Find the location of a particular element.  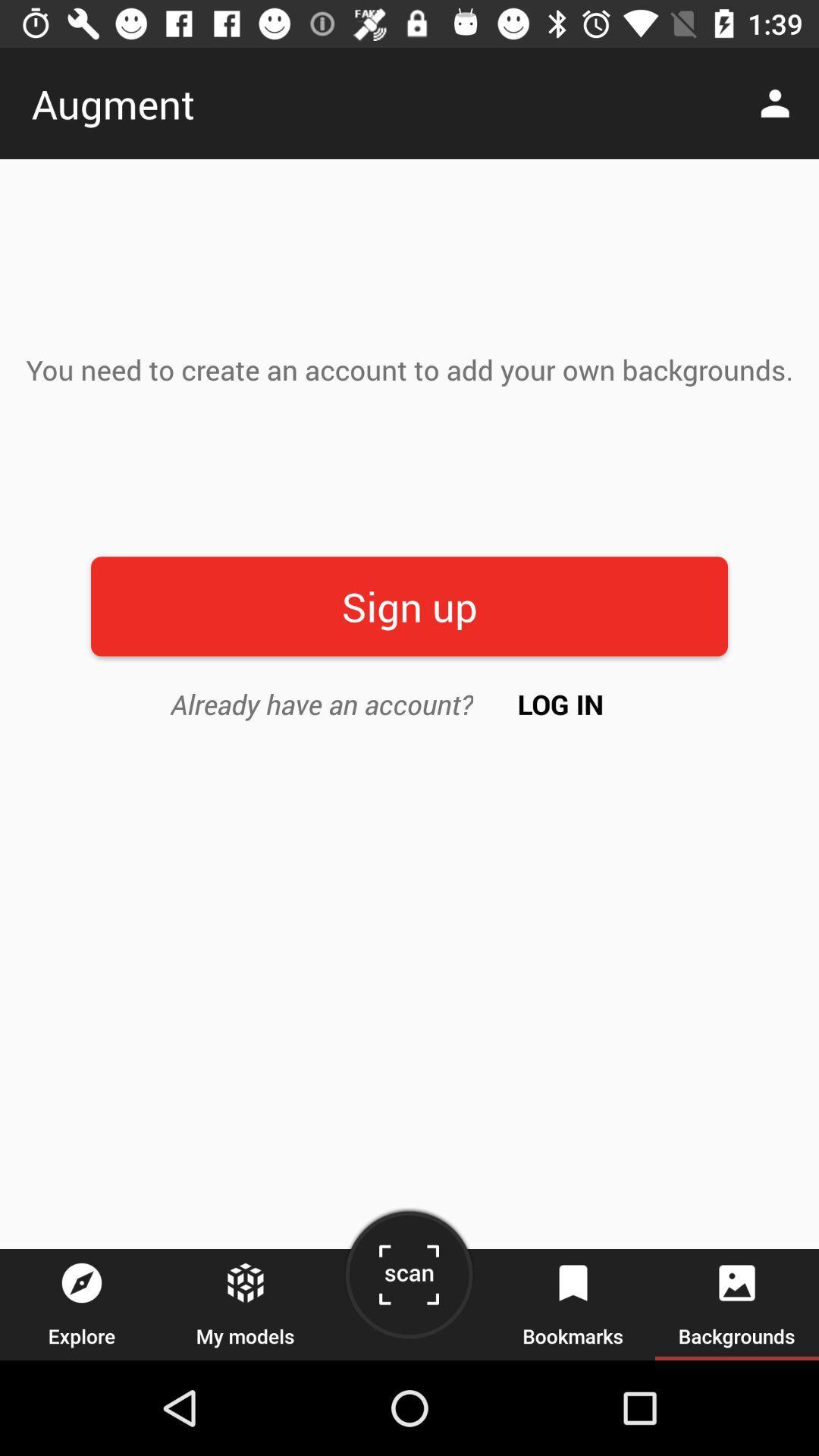

icon above the log in item is located at coordinates (409, 605).